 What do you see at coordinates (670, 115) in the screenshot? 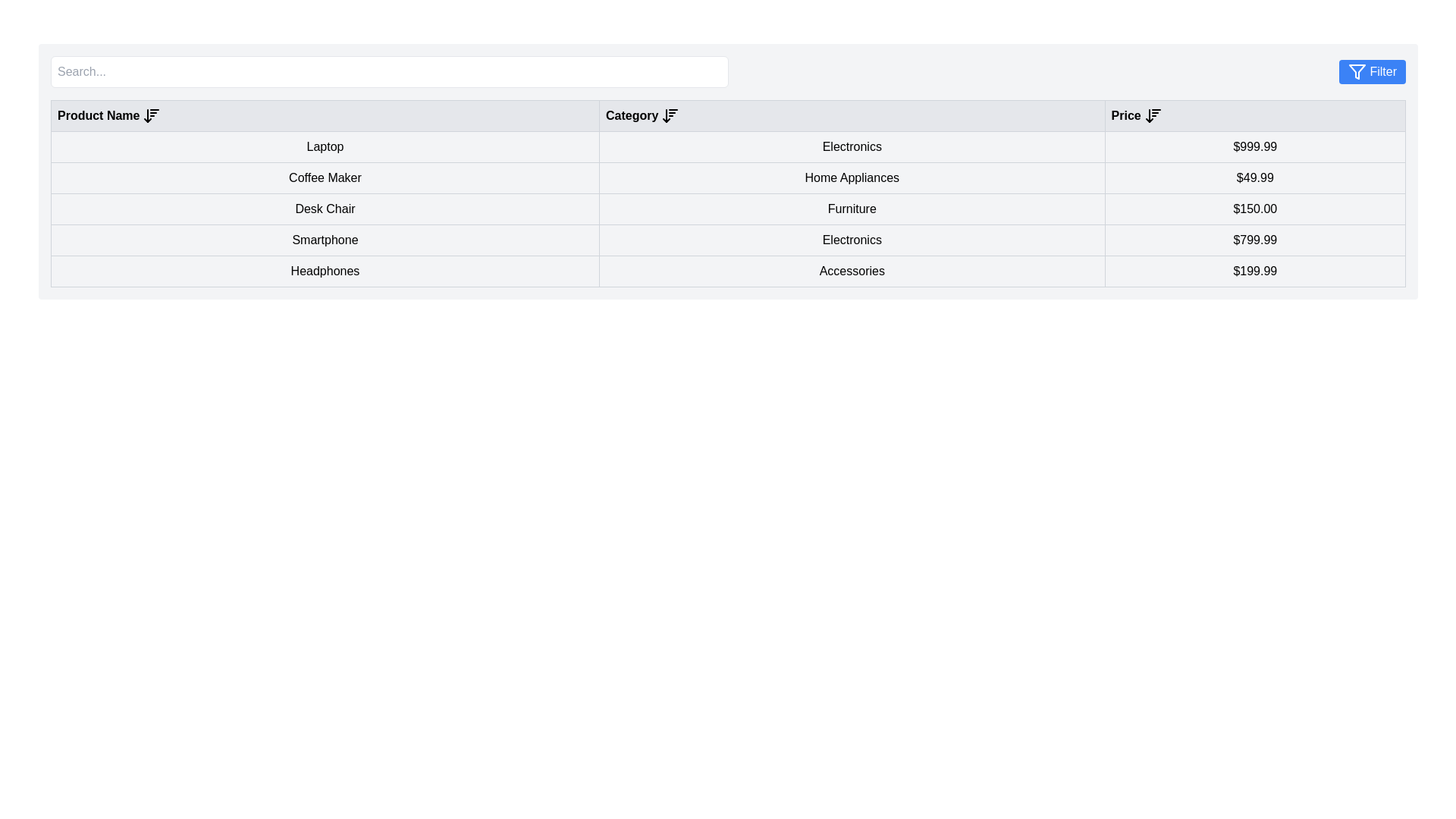
I see `the sorting icon located immediately to the right of the 'Category' column header` at bounding box center [670, 115].